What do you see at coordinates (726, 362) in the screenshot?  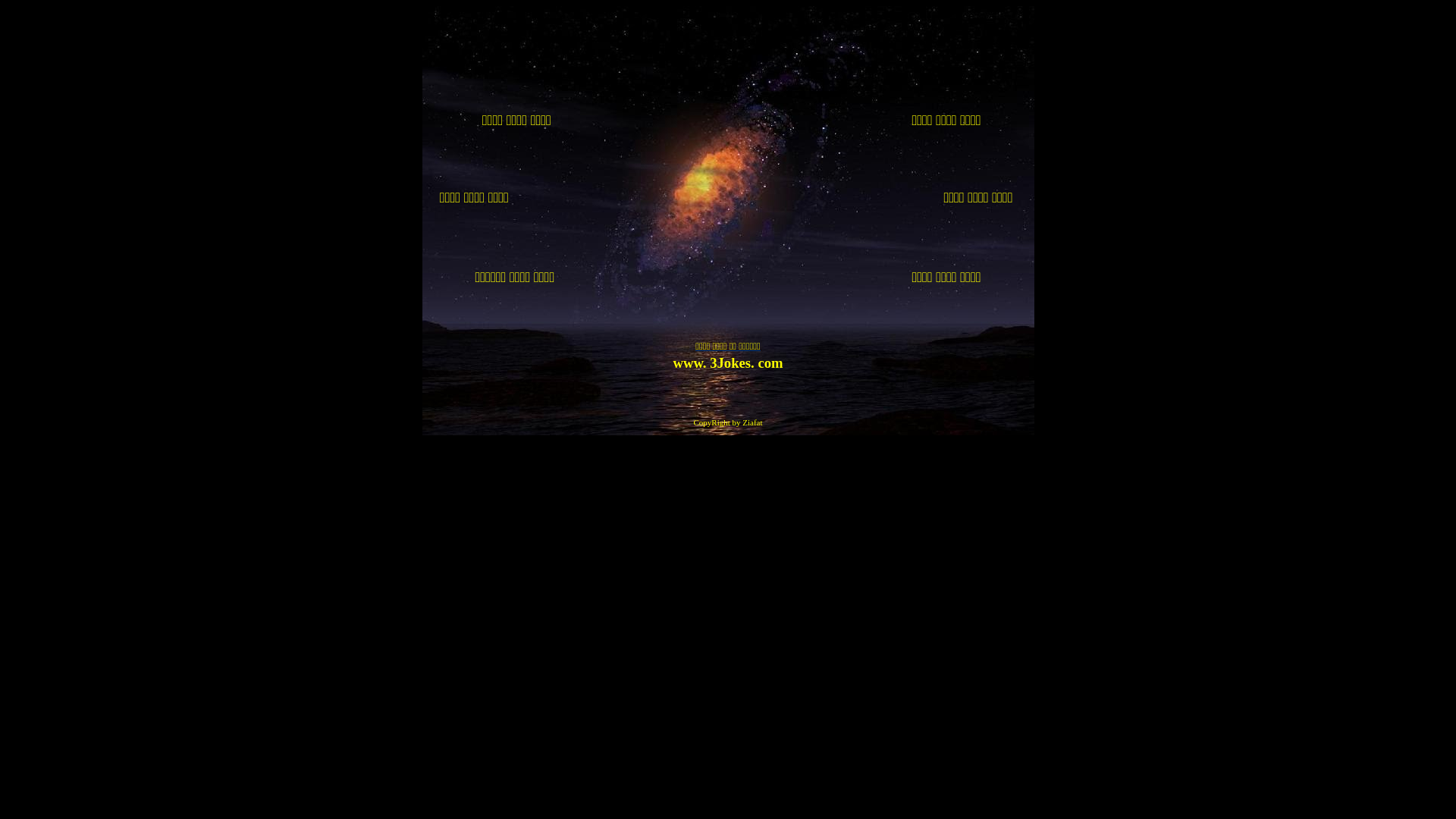 I see `'www. 3Jokes. com'` at bounding box center [726, 362].